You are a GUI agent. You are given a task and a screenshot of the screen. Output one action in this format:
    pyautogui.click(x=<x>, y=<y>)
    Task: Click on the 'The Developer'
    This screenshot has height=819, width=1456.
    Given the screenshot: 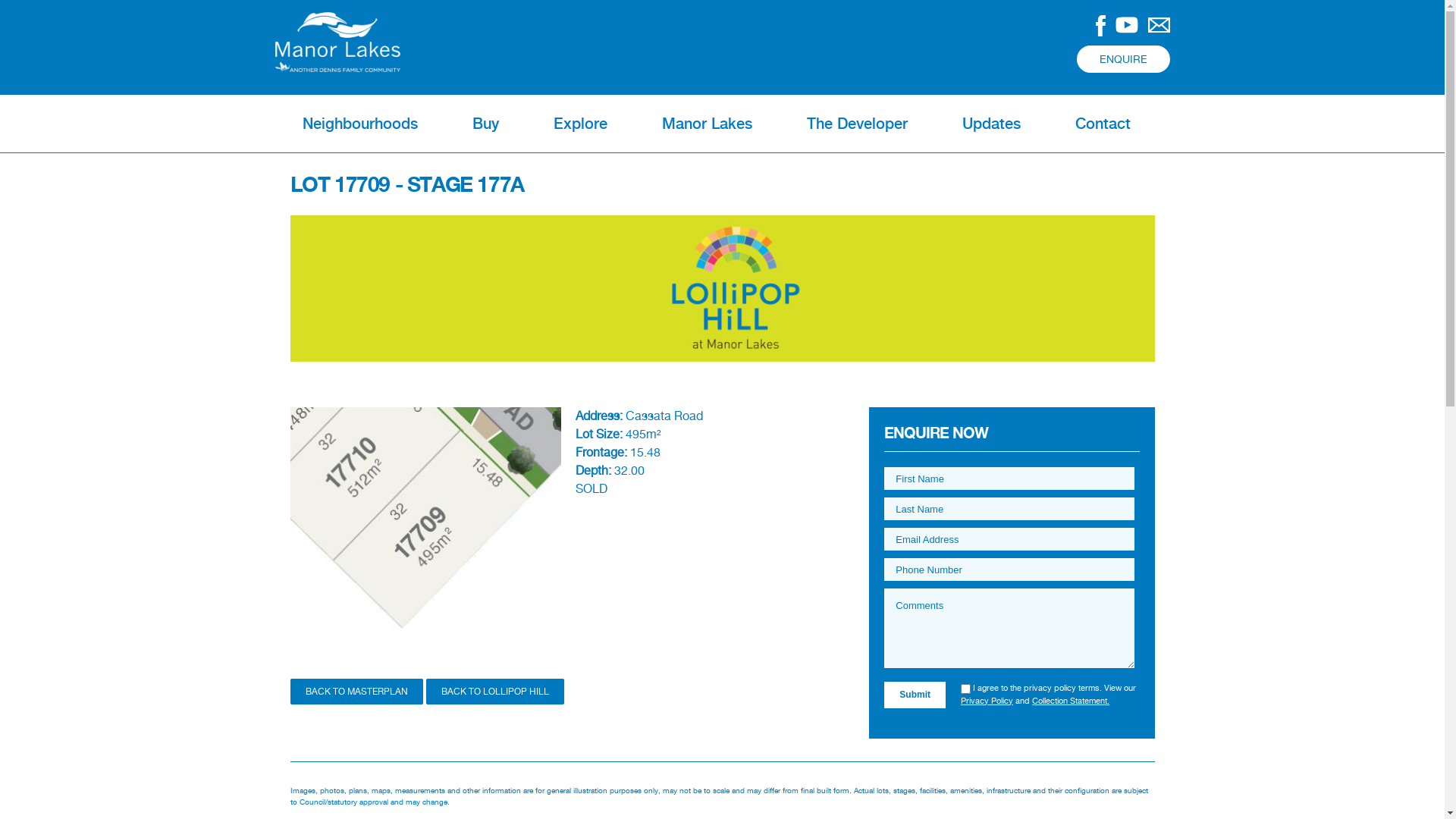 What is the action you would take?
    pyautogui.click(x=857, y=122)
    